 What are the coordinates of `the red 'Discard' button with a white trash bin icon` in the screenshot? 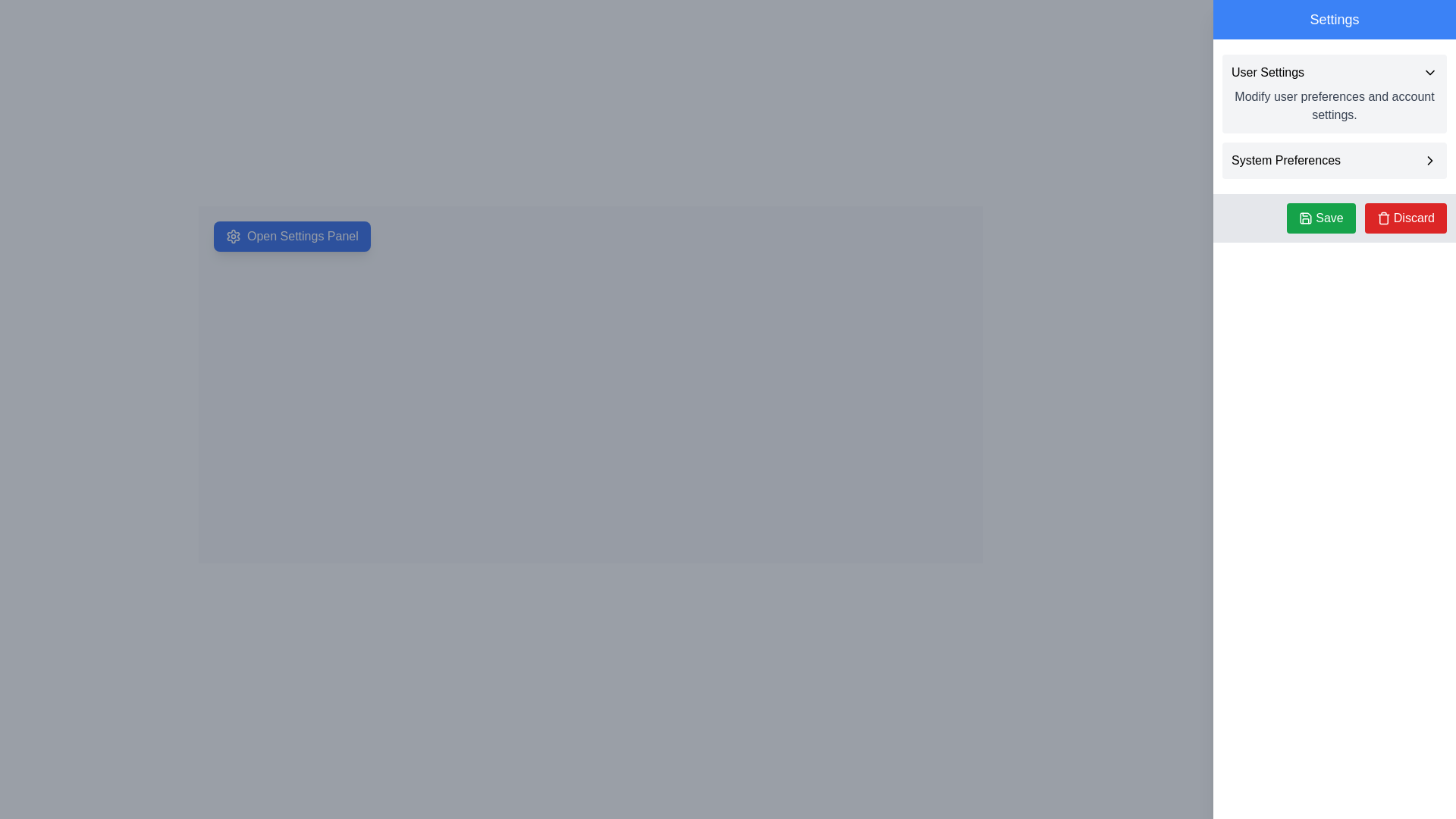 It's located at (1404, 218).